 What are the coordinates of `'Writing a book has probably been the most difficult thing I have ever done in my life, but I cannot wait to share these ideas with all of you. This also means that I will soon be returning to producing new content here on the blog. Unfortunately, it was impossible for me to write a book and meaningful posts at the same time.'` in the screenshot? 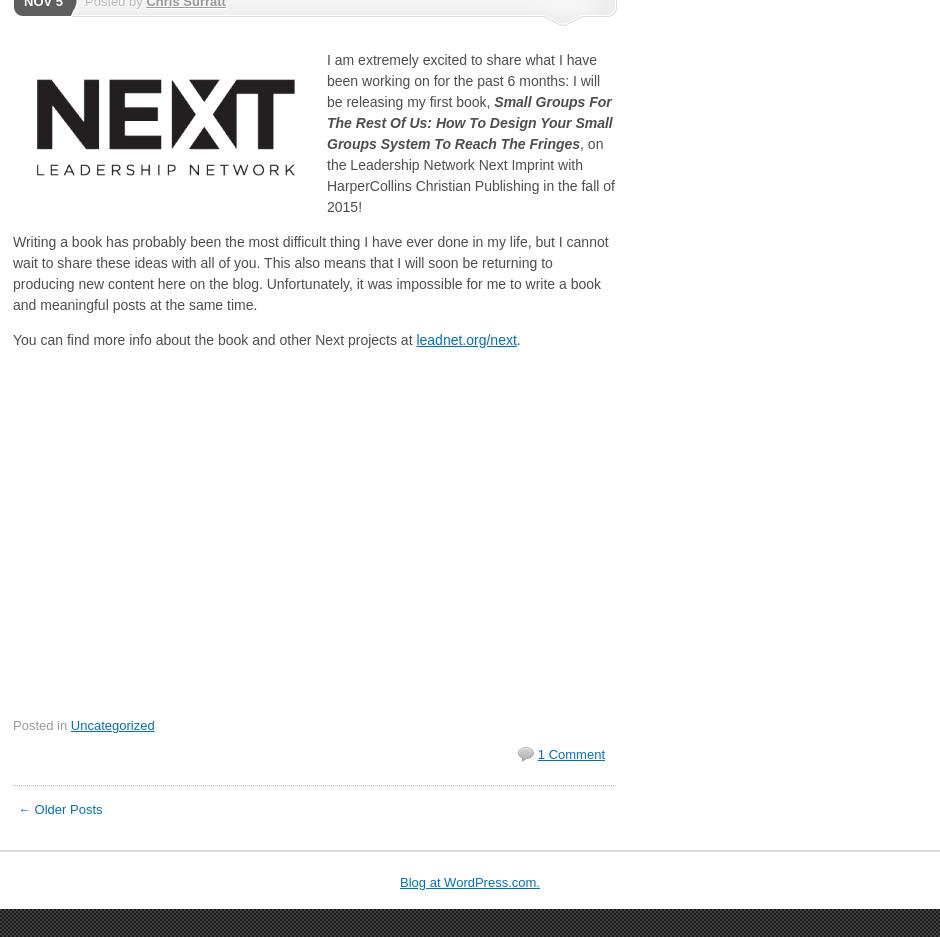 It's located at (309, 273).